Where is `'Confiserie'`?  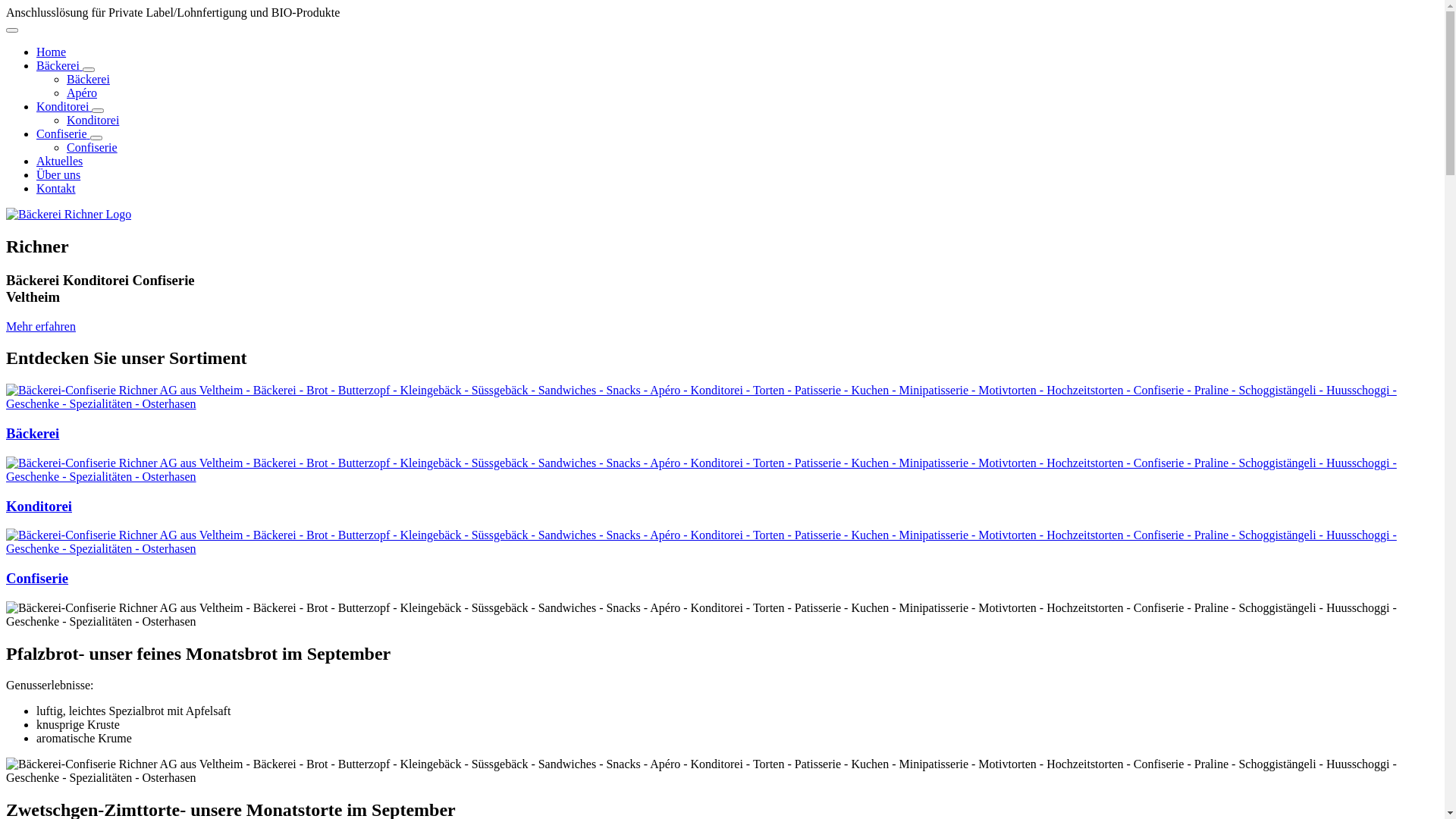
'Confiserie' is located at coordinates (91, 147).